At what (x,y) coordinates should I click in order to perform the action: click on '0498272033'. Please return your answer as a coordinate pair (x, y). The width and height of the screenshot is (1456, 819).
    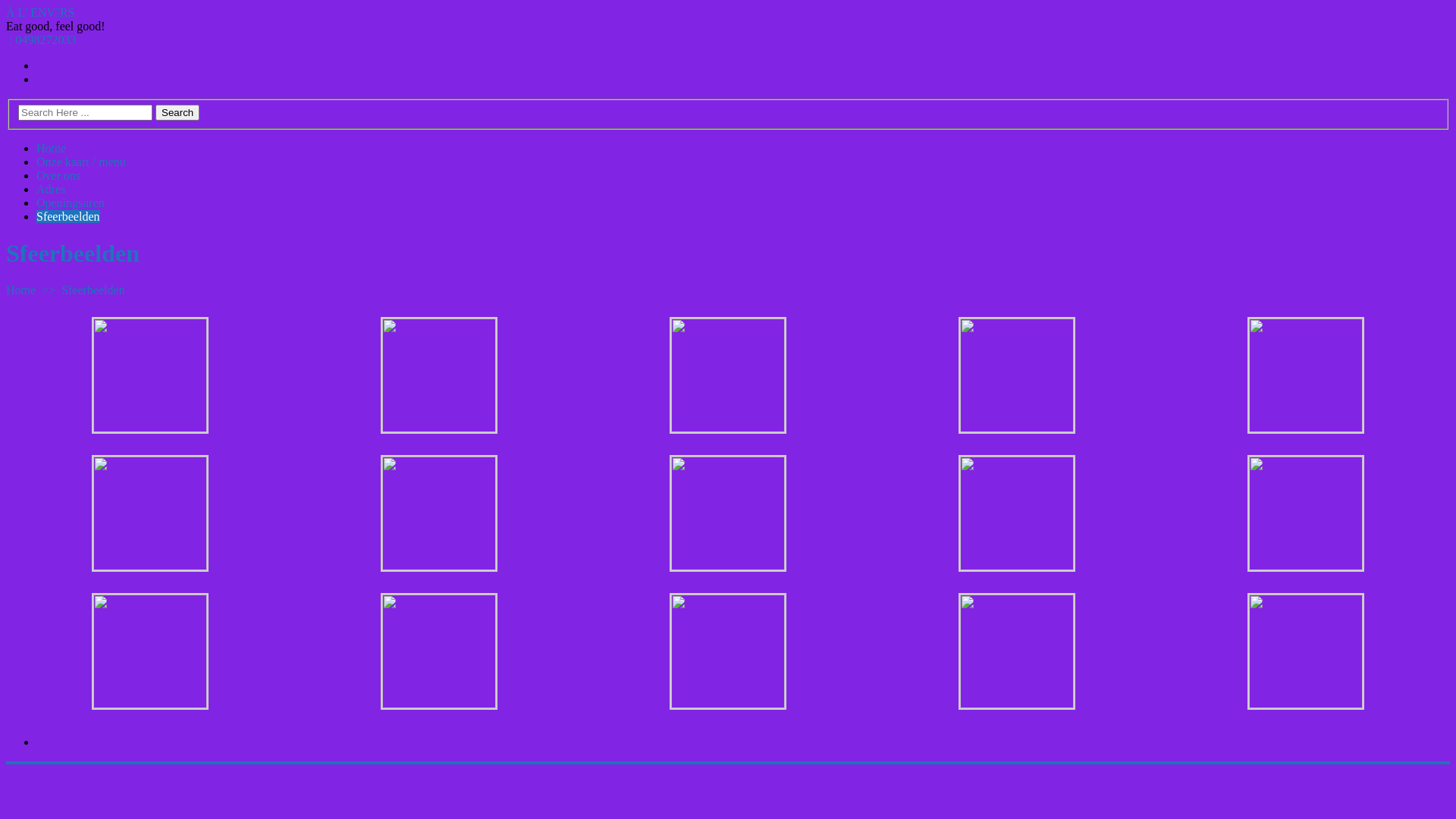
    Looking at the image, I should click on (45, 39).